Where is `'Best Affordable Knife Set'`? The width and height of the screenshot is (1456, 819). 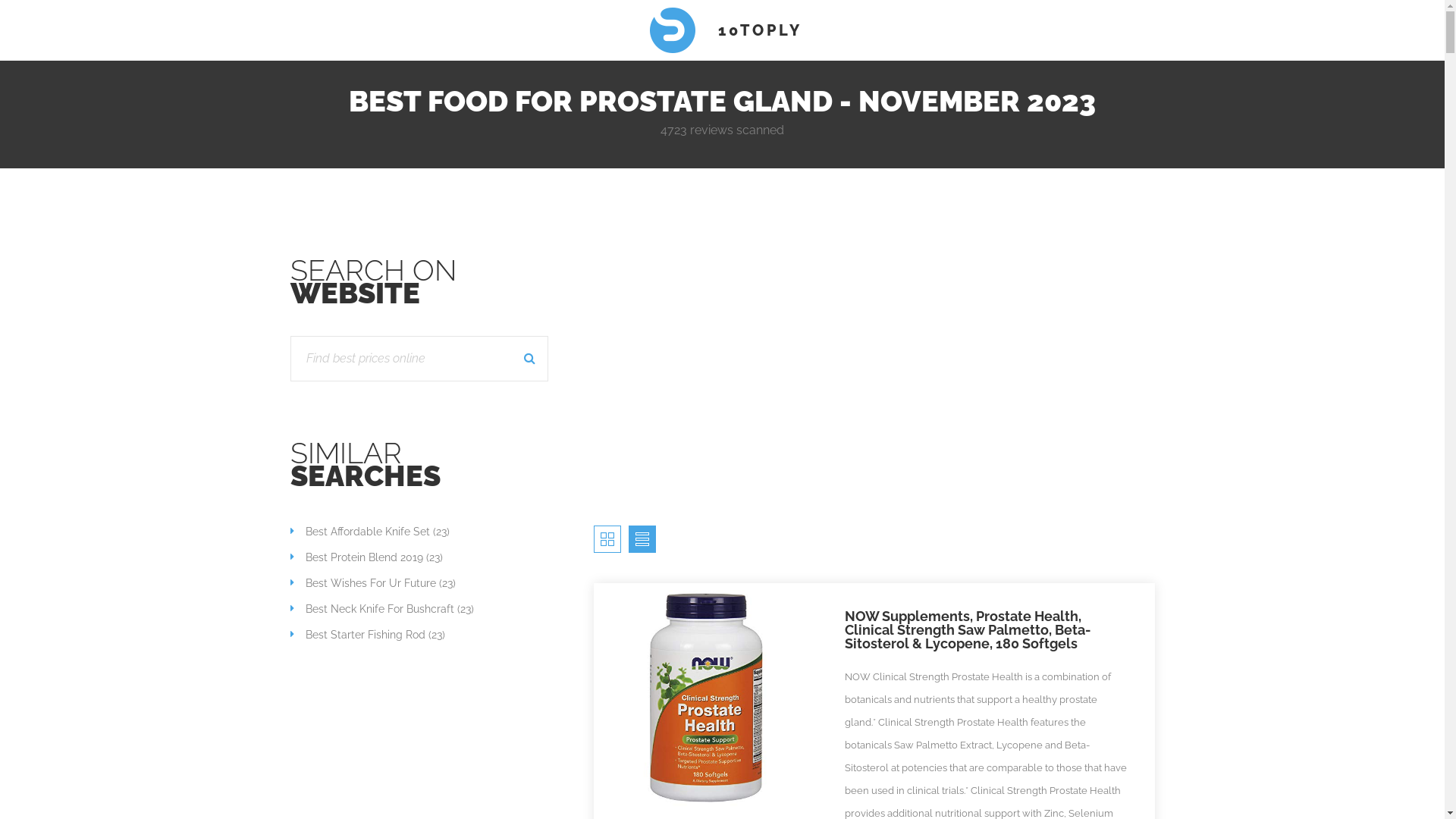
'Best Affordable Knife Set' is located at coordinates (290, 531).